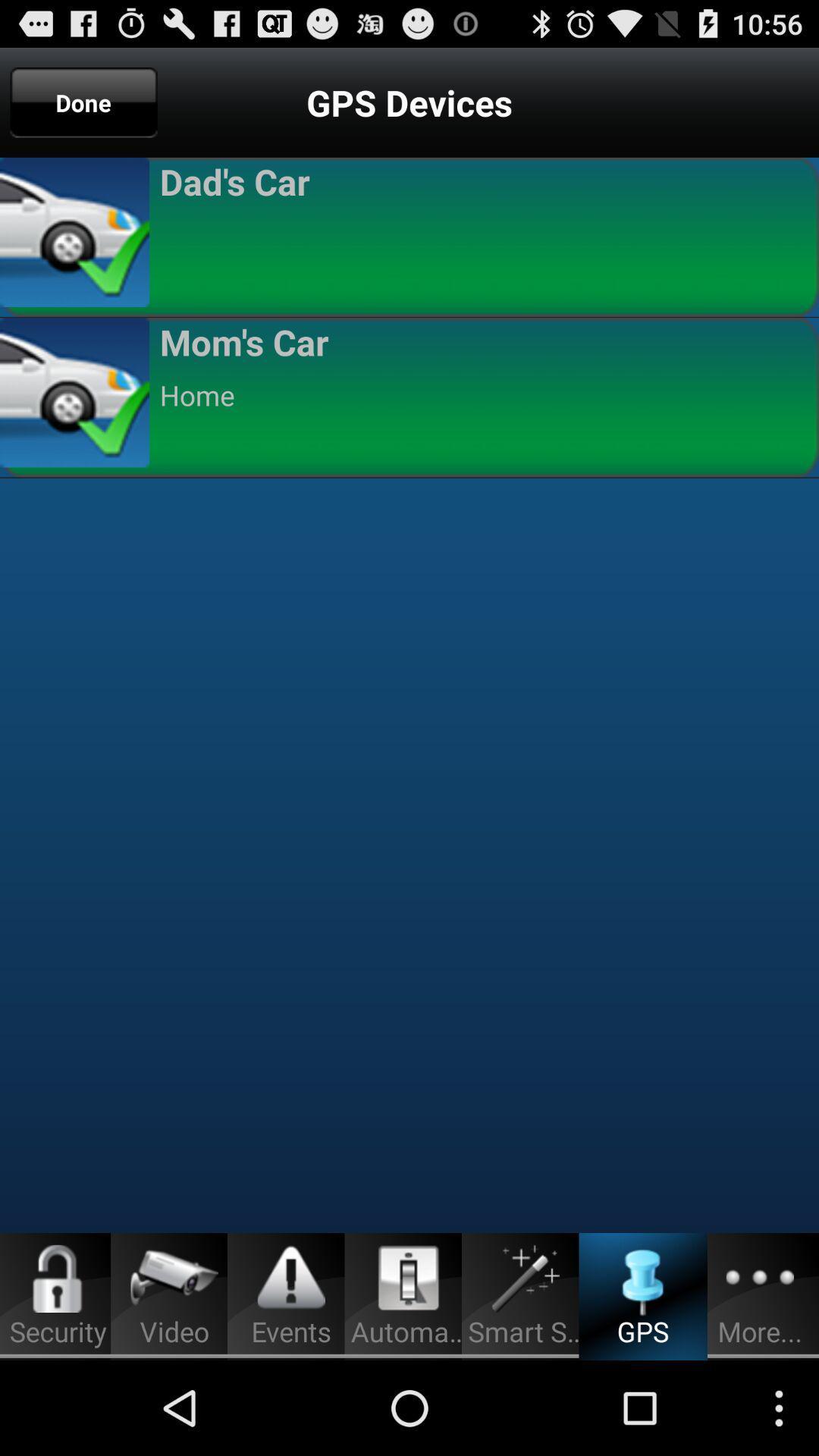 The width and height of the screenshot is (819, 1456). I want to click on app above the mom's car app, so click(482, 234).